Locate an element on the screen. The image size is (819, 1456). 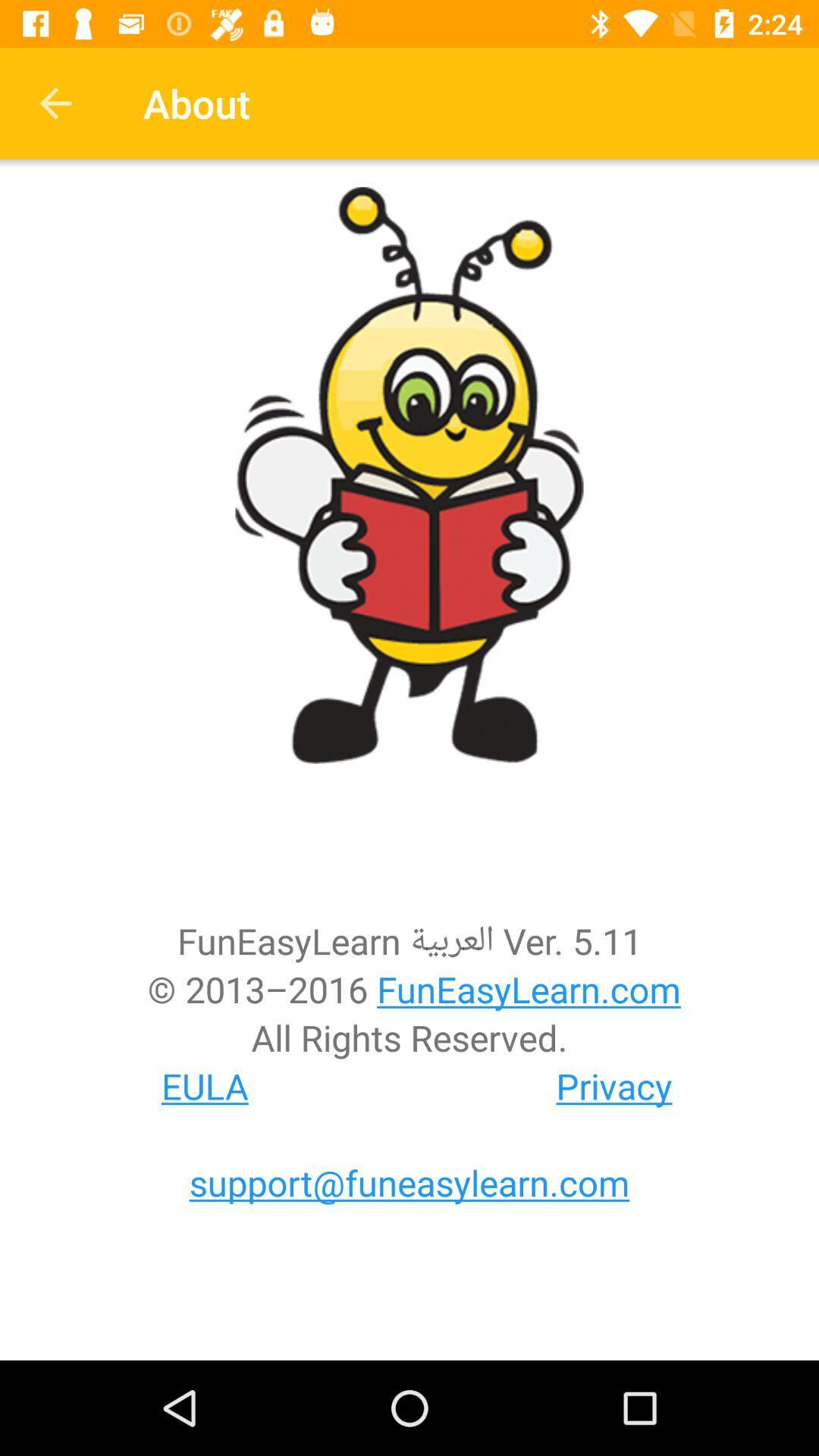
icon to the left of the privacy is located at coordinates (205, 1085).